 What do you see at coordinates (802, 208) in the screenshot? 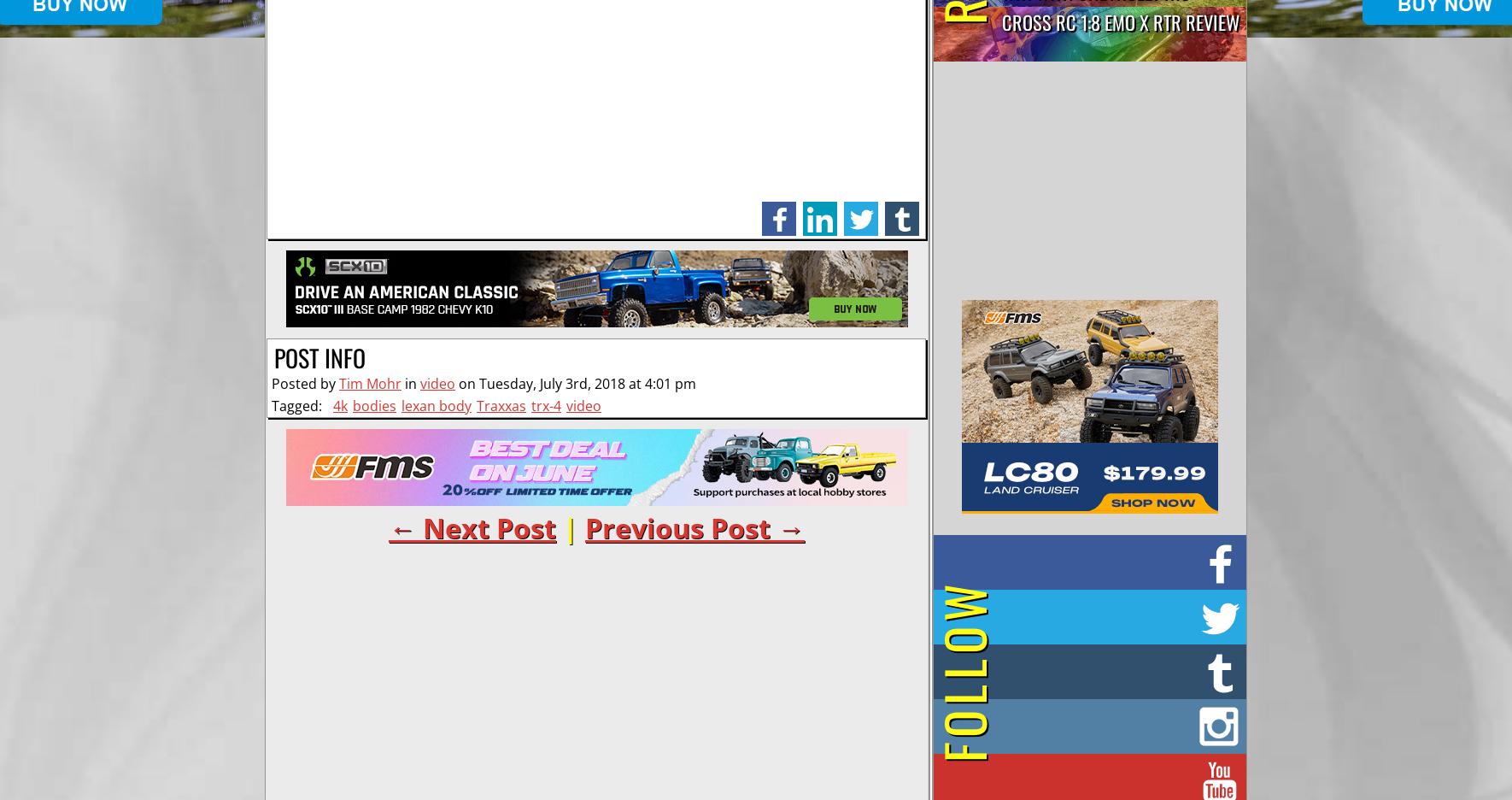
I see `'linkedin'` at bounding box center [802, 208].